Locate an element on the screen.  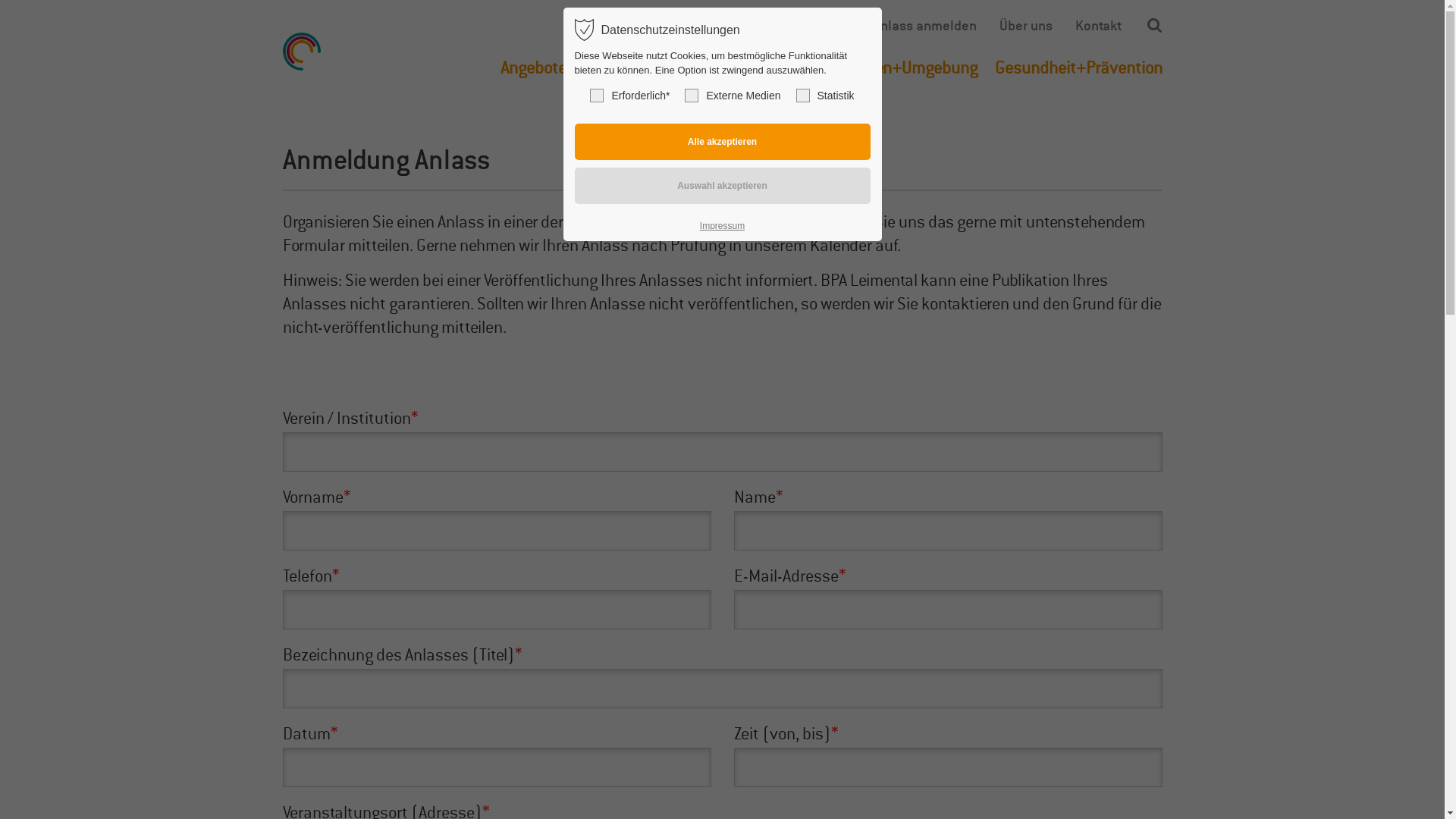
'Auswahl akzeptieren' is located at coordinates (722, 185).